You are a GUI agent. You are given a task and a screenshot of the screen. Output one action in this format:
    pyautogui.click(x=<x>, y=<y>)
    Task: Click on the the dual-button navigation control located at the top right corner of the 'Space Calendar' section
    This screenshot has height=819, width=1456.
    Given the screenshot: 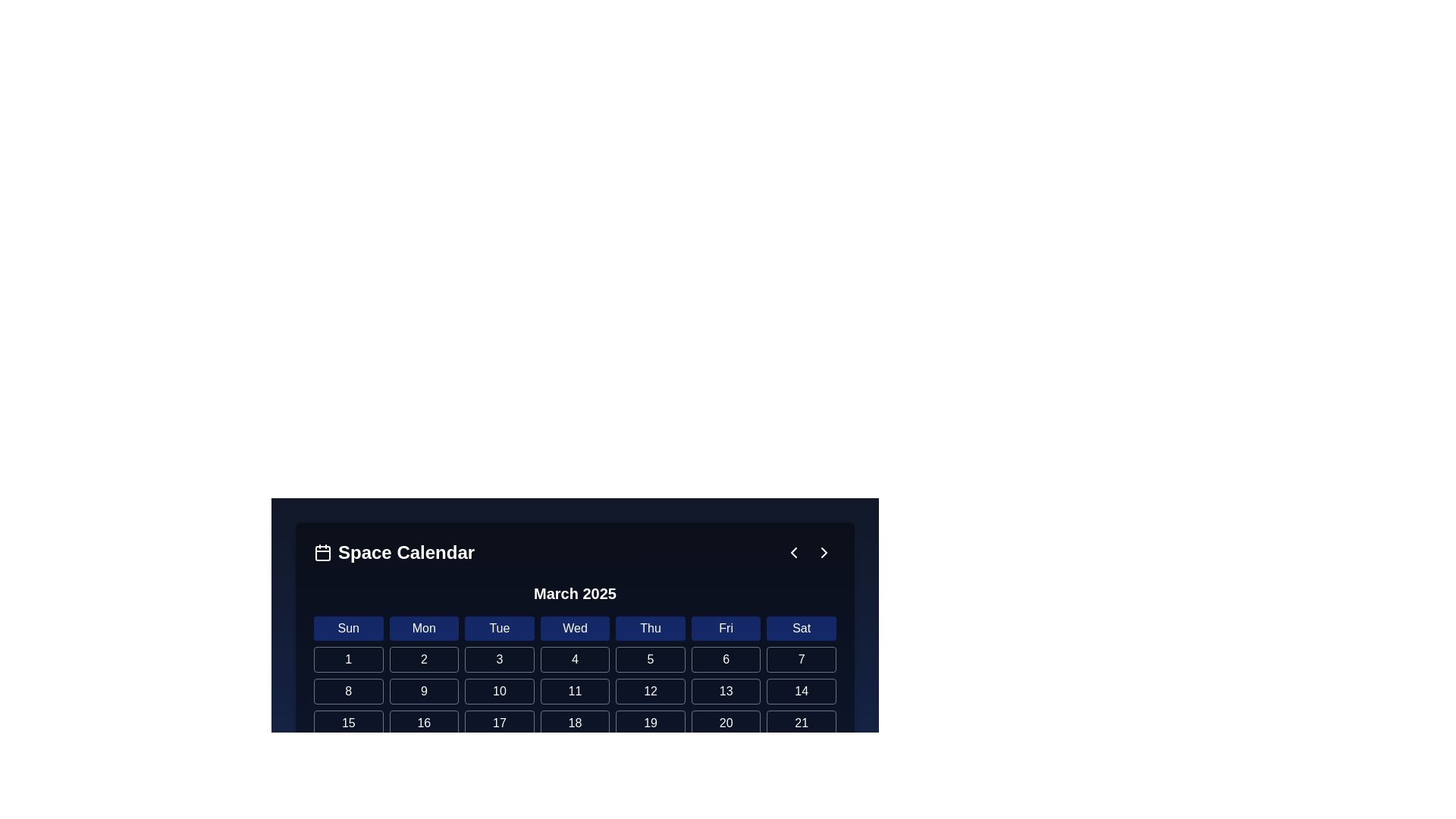 What is the action you would take?
    pyautogui.click(x=808, y=553)
    